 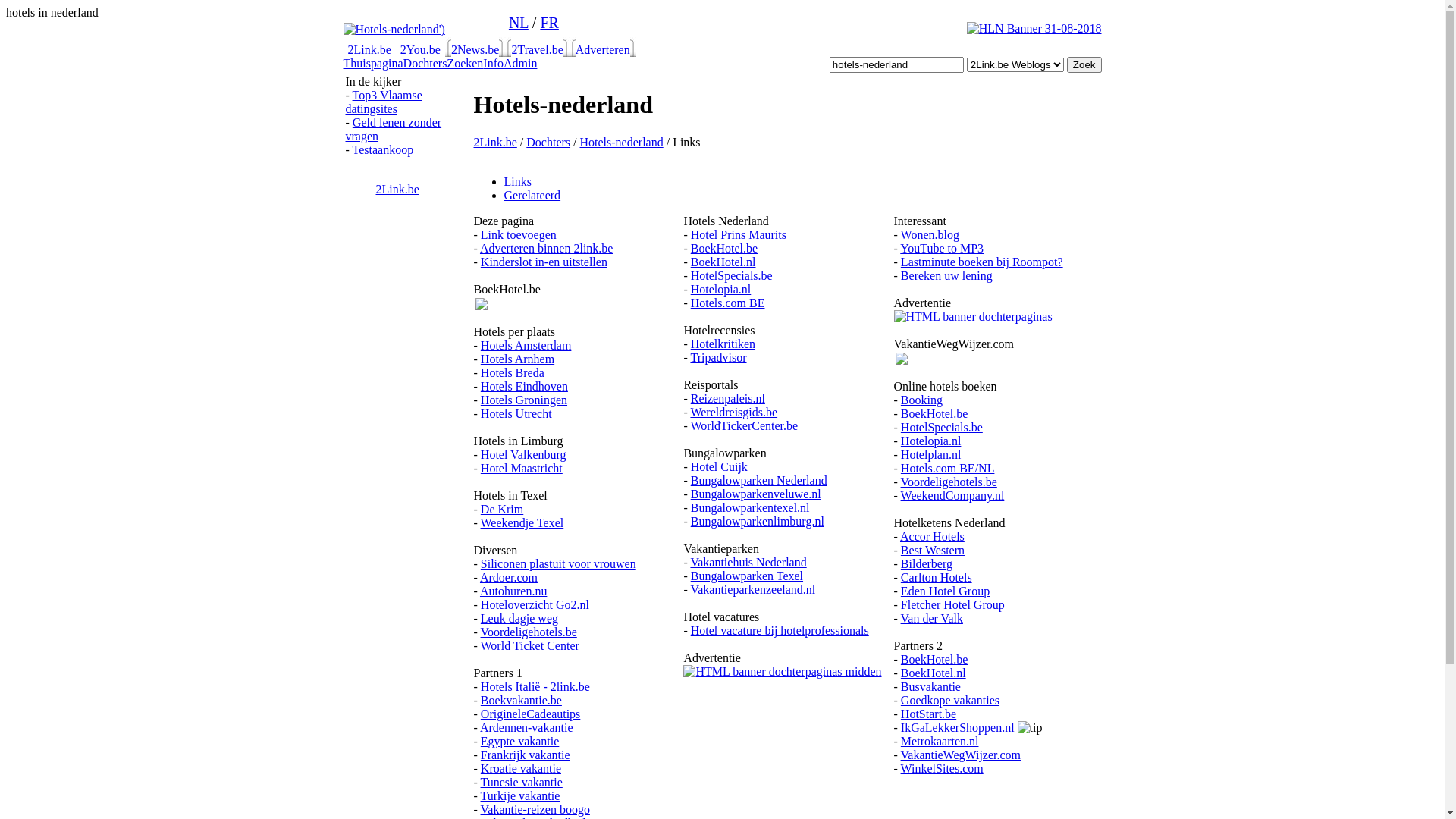 What do you see at coordinates (531, 714) in the screenshot?
I see `'OrigineleCadeautips'` at bounding box center [531, 714].